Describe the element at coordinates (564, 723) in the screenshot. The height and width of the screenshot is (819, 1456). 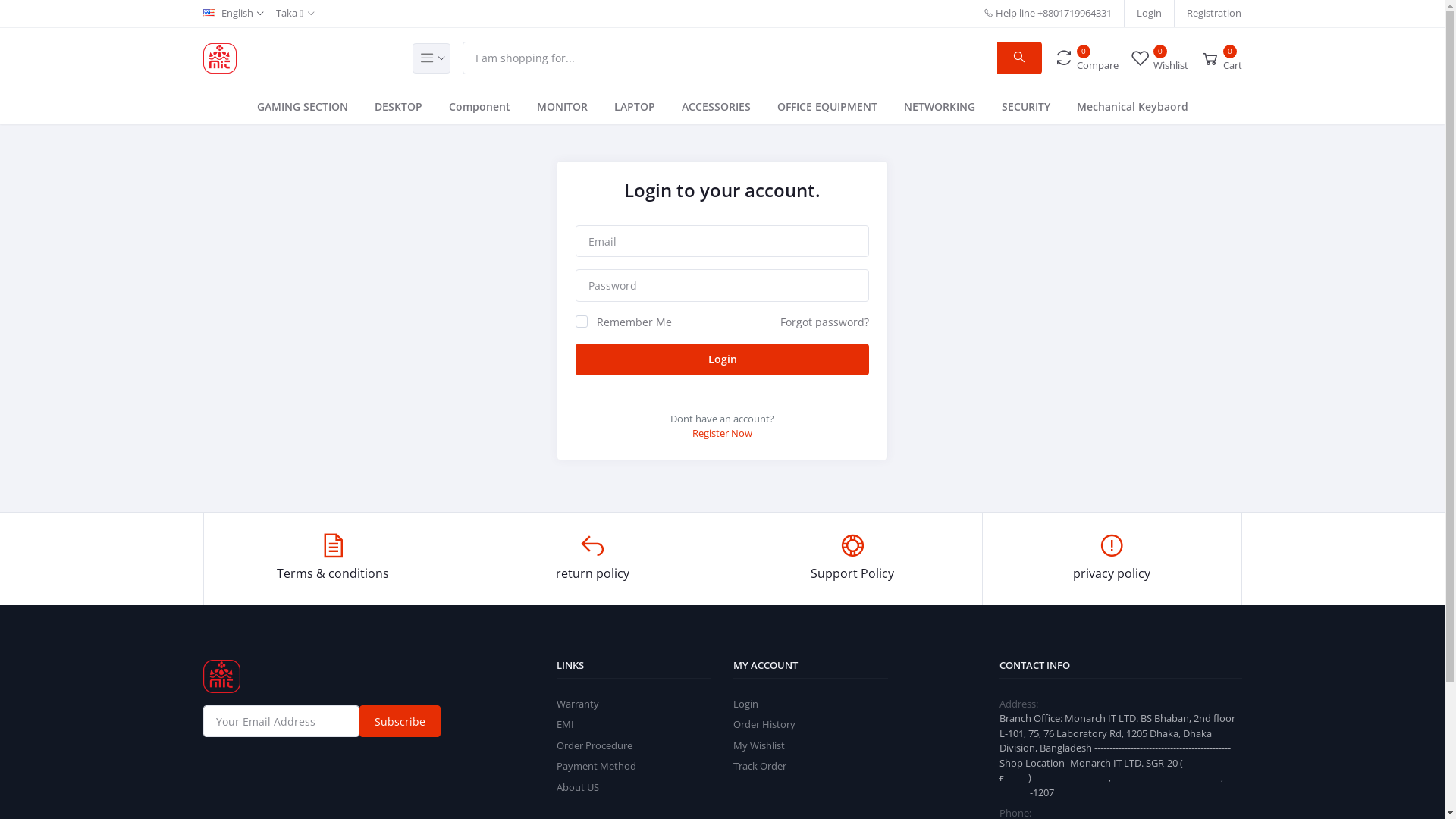
I see `'EMI'` at that location.